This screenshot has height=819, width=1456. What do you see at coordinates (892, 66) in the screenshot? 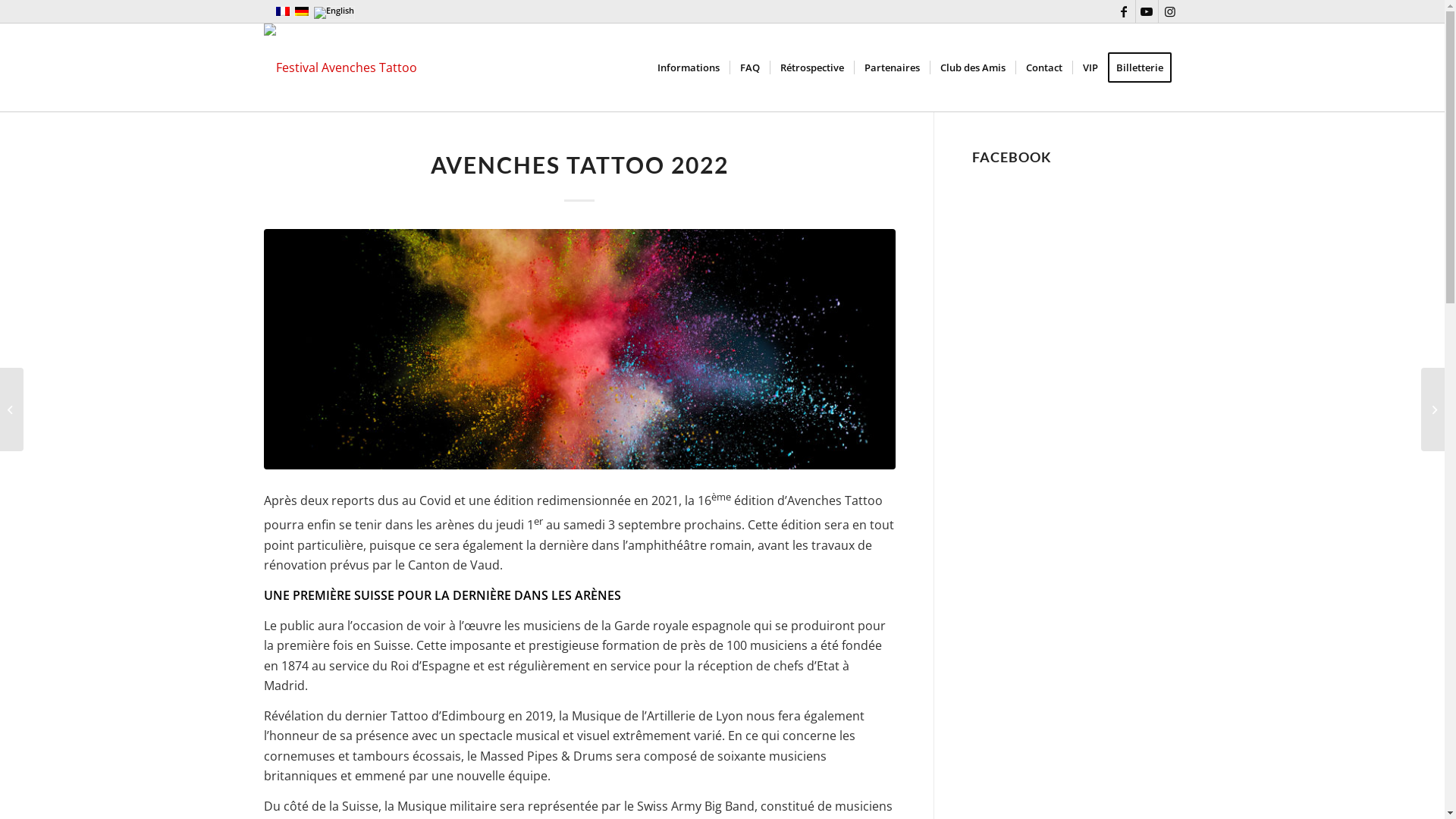
I see `'Partenaires'` at bounding box center [892, 66].